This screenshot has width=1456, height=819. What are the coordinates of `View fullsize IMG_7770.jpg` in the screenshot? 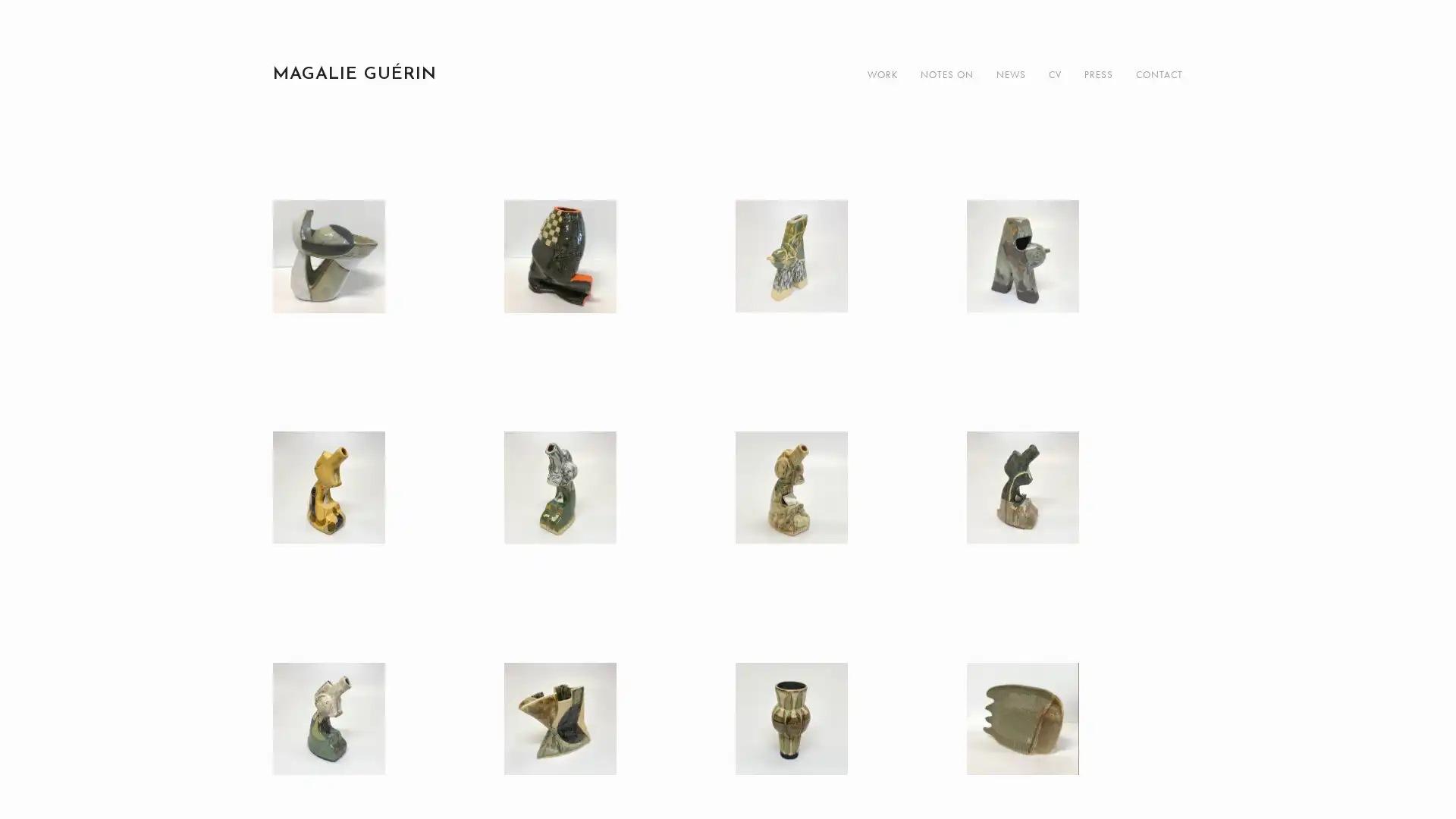 It's located at (1074, 307).